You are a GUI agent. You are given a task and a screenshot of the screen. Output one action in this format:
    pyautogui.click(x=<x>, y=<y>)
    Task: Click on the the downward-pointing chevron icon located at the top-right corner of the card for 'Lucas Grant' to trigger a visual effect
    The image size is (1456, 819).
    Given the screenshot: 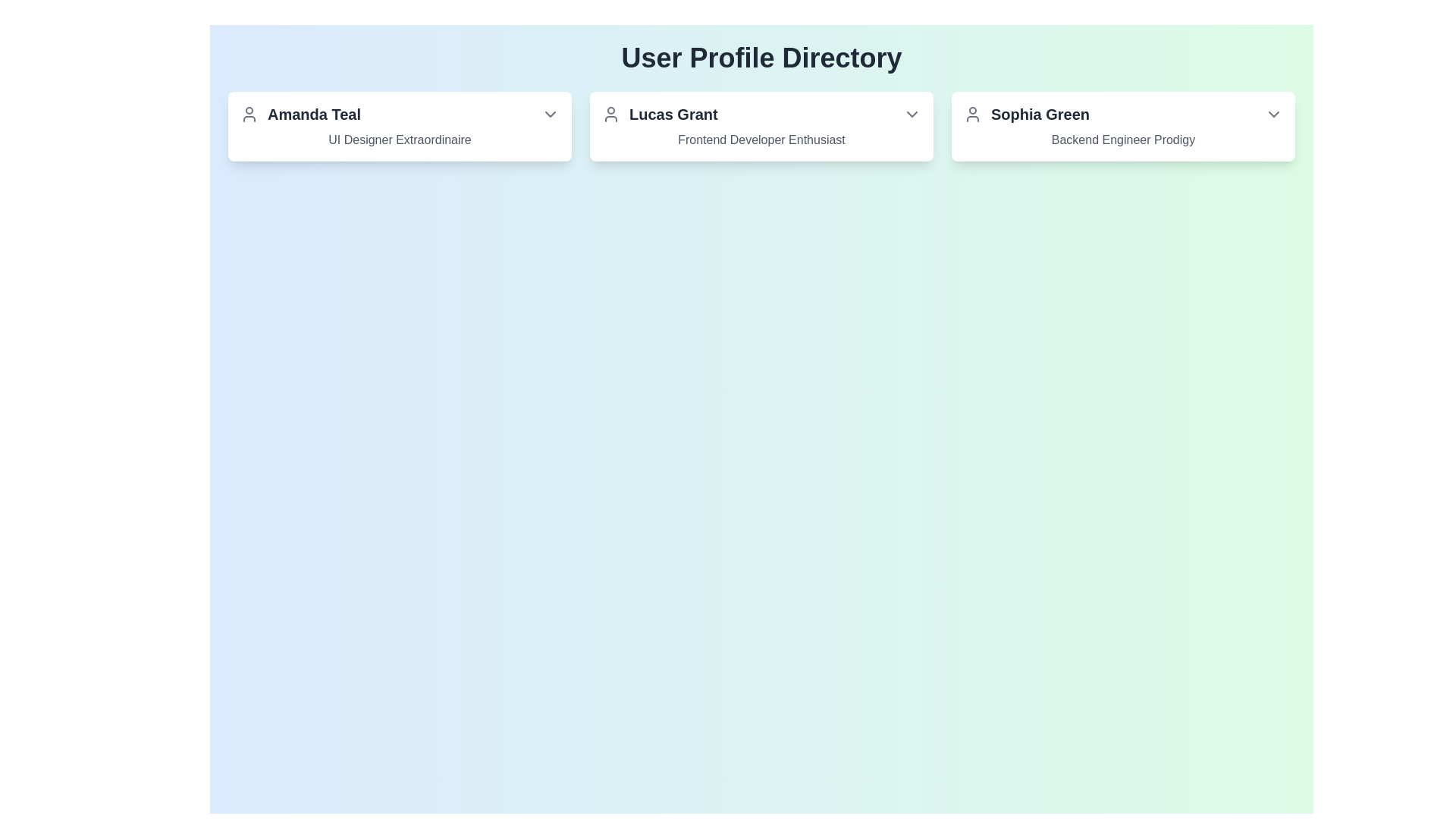 What is the action you would take?
    pyautogui.click(x=912, y=113)
    